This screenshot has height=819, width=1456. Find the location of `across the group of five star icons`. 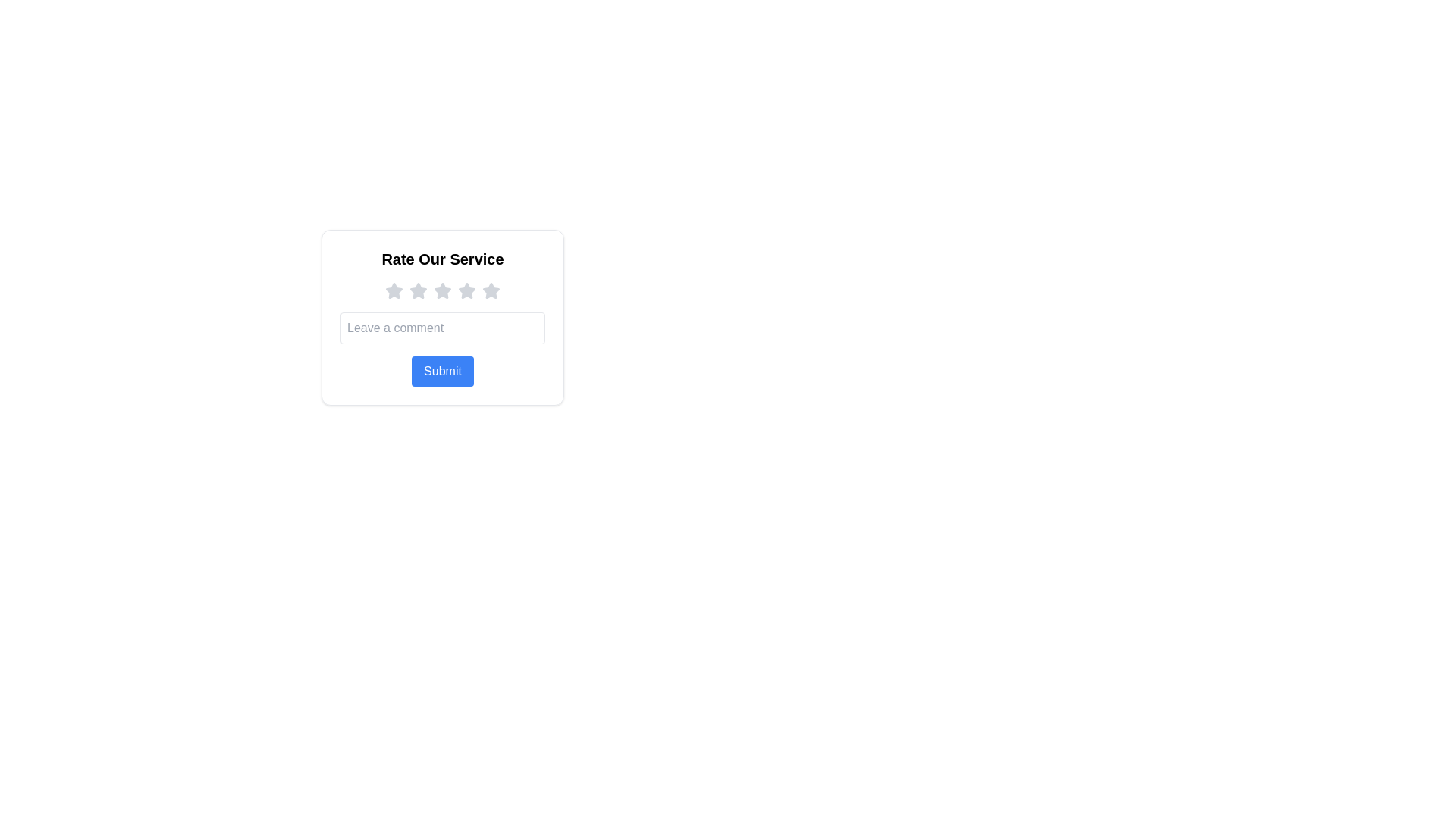

across the group of five star icons is located at coordinates (442, 291).